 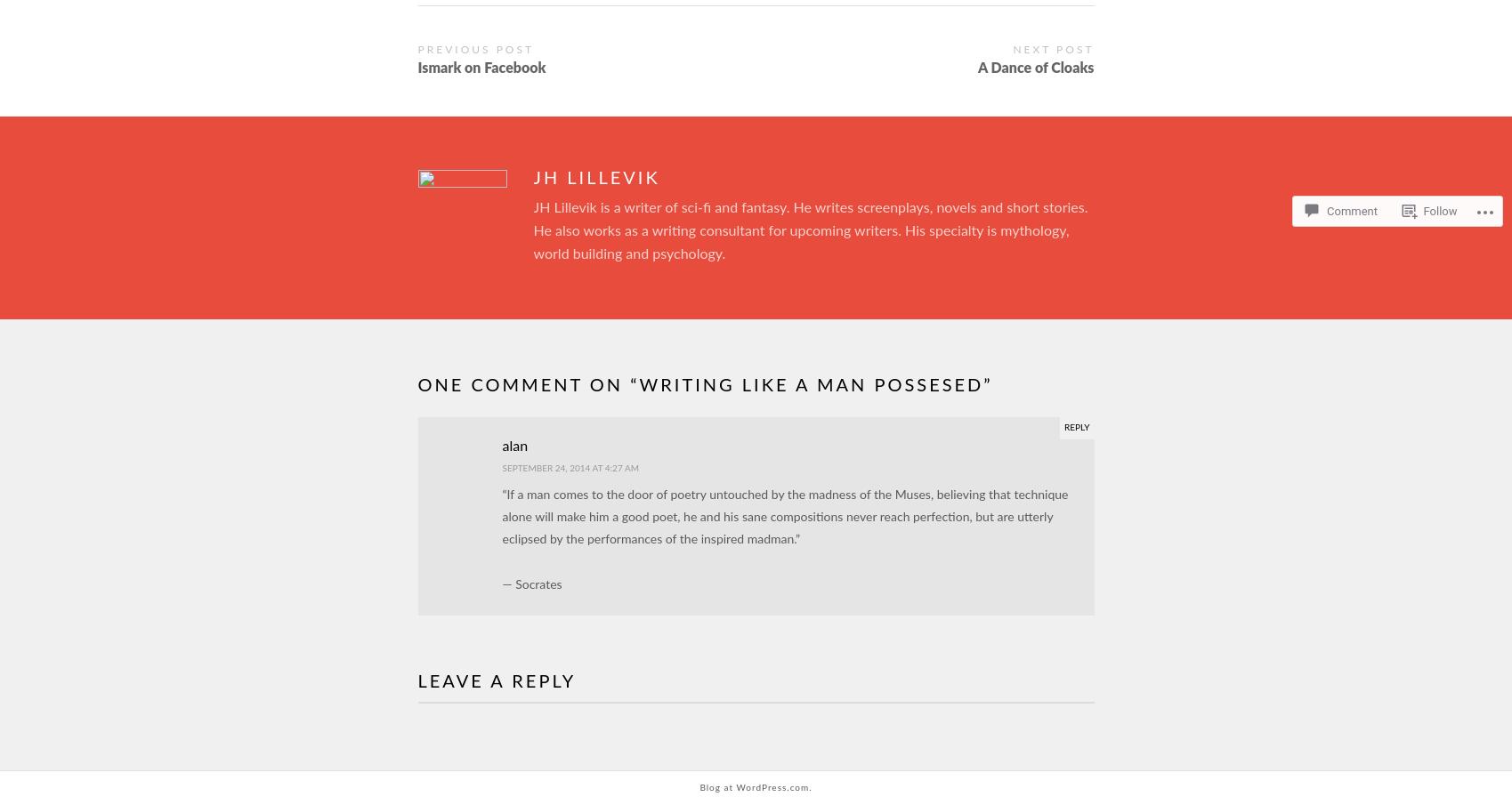 What do you see at coordinates (809, 230) in the screenshot?
I see `'JH Lillevik is a writer of sci-fi and fantasy. He writes screenplays, novels and short stories. He also works as a writing consultant for upcoming writers. His specialty is mythology, world building and psychology.'` at bounding box center [809, 230].